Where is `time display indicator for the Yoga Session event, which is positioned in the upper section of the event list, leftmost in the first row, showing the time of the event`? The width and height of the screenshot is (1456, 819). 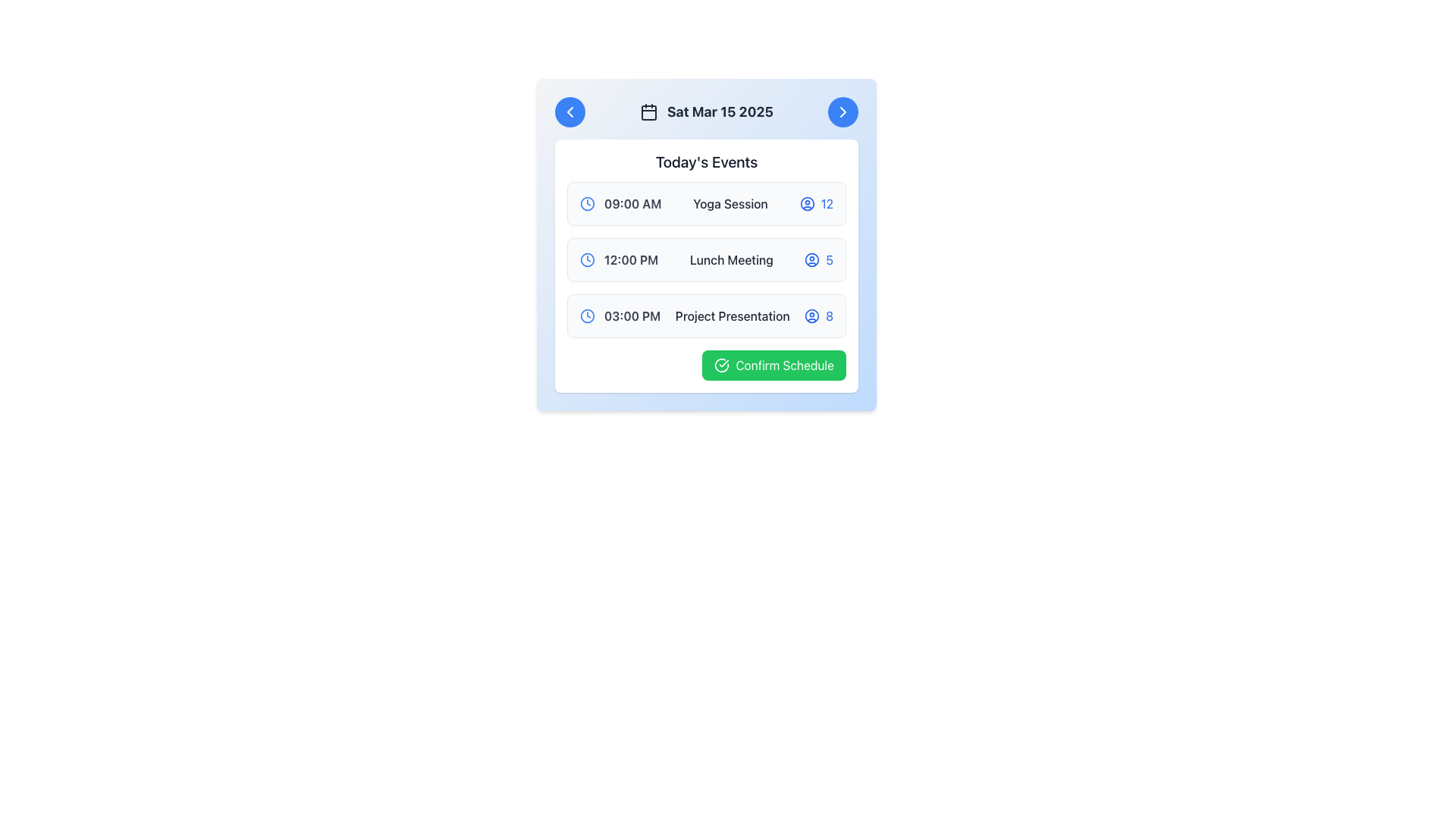 time display indicator for the Yoga Session event, which is positioned in the upper section of the event list, leftmost in the first row, showing the time of the event is located at coordinates (620, 203).